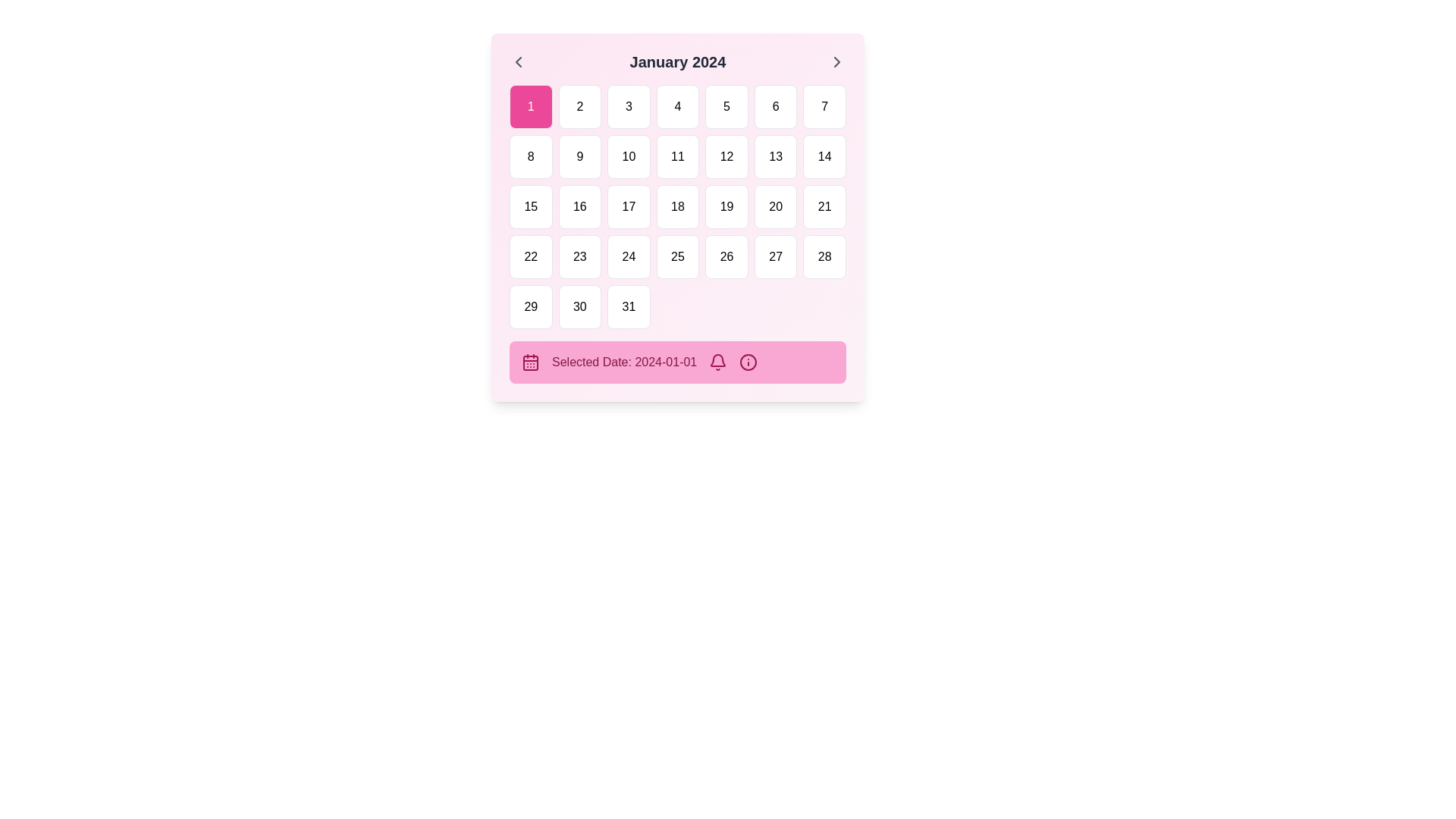 Image resolution: width=1456 pixels, height=819 pixels. I want to click on the Calendar Date Tile displaying the number '23' in the January 2024 calendar grid, so click(579, 256).